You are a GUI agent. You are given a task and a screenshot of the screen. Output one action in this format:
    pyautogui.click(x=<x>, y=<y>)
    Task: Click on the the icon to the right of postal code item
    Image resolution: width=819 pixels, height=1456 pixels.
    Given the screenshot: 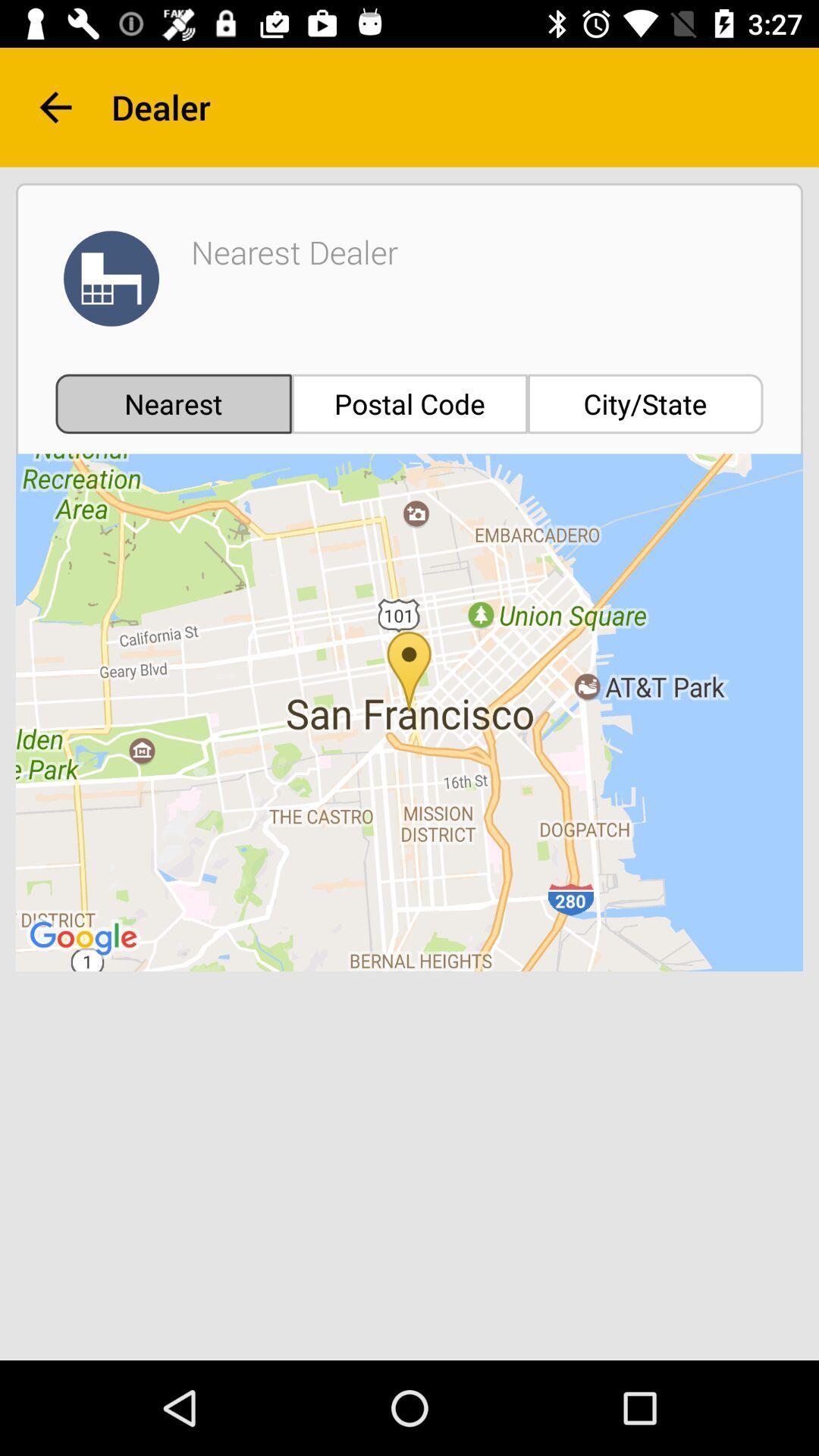 What is the action you would take?
    pyautogui.click(x=645, y=403)
    